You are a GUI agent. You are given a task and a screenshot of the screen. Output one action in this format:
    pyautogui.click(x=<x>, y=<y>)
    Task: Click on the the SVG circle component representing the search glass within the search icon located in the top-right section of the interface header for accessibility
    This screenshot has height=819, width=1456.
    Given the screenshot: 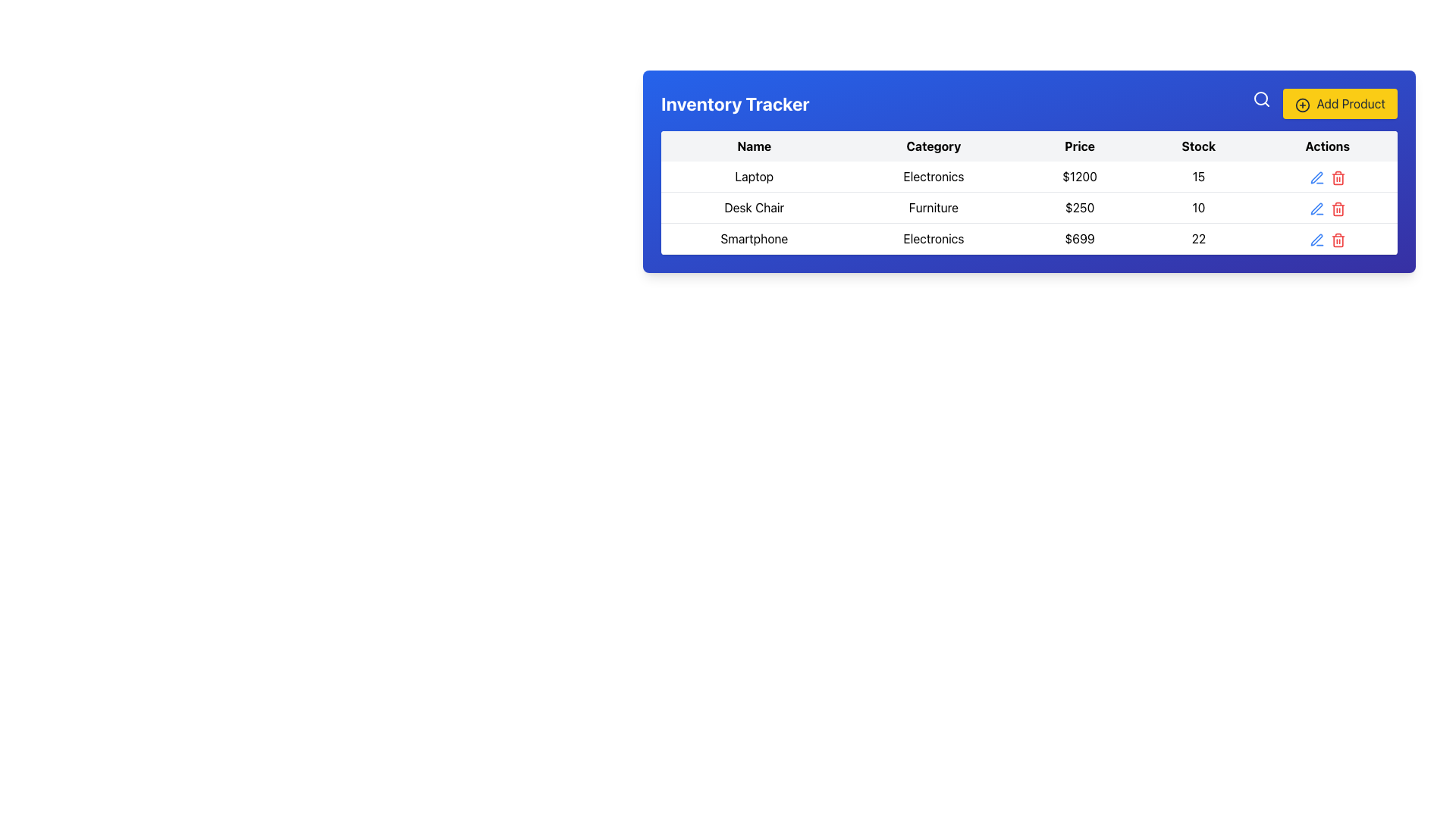 What is the action you would take?
    pyautogui.click(x=1261, y=99)
    